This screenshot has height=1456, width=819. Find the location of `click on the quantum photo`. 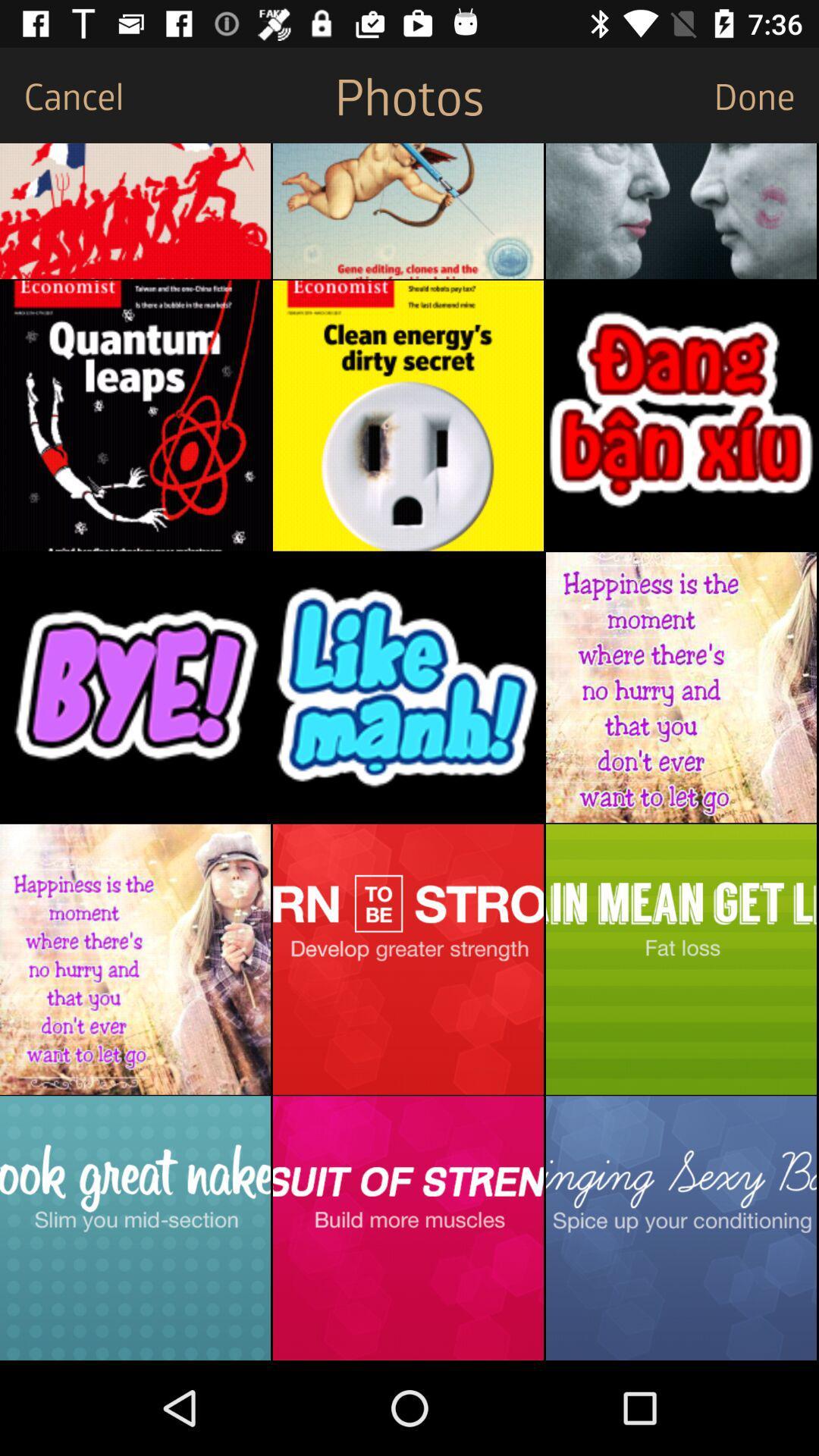

click on the quantum photo is located at coordinates (134, 416).